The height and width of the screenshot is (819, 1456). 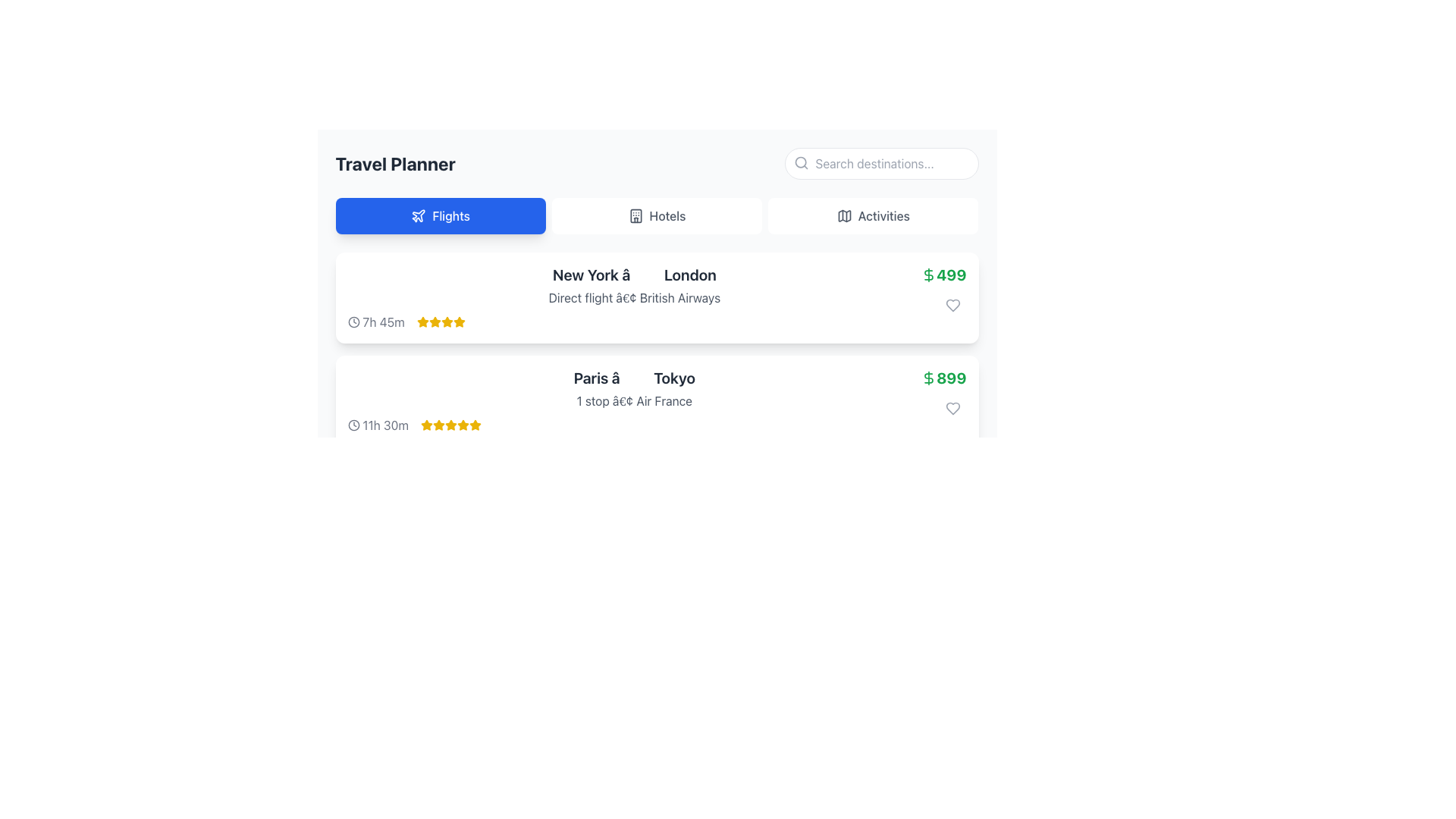 I want to click on the fourth star icon in the rating display for the flight from New York to London, so click(x=446, y=321).